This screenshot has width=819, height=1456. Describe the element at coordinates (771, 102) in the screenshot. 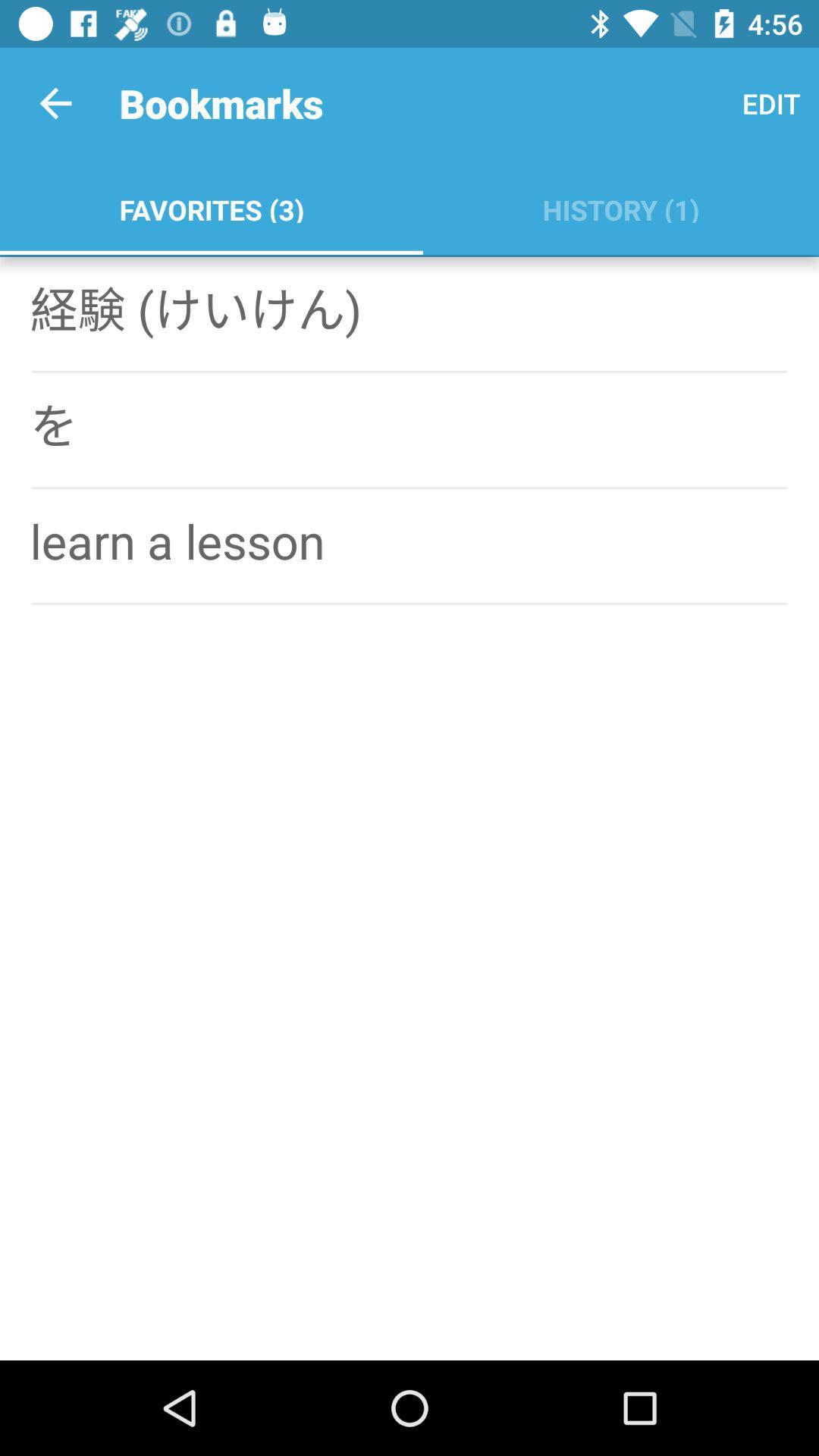

I see `app above the history (1) icon` at that location.